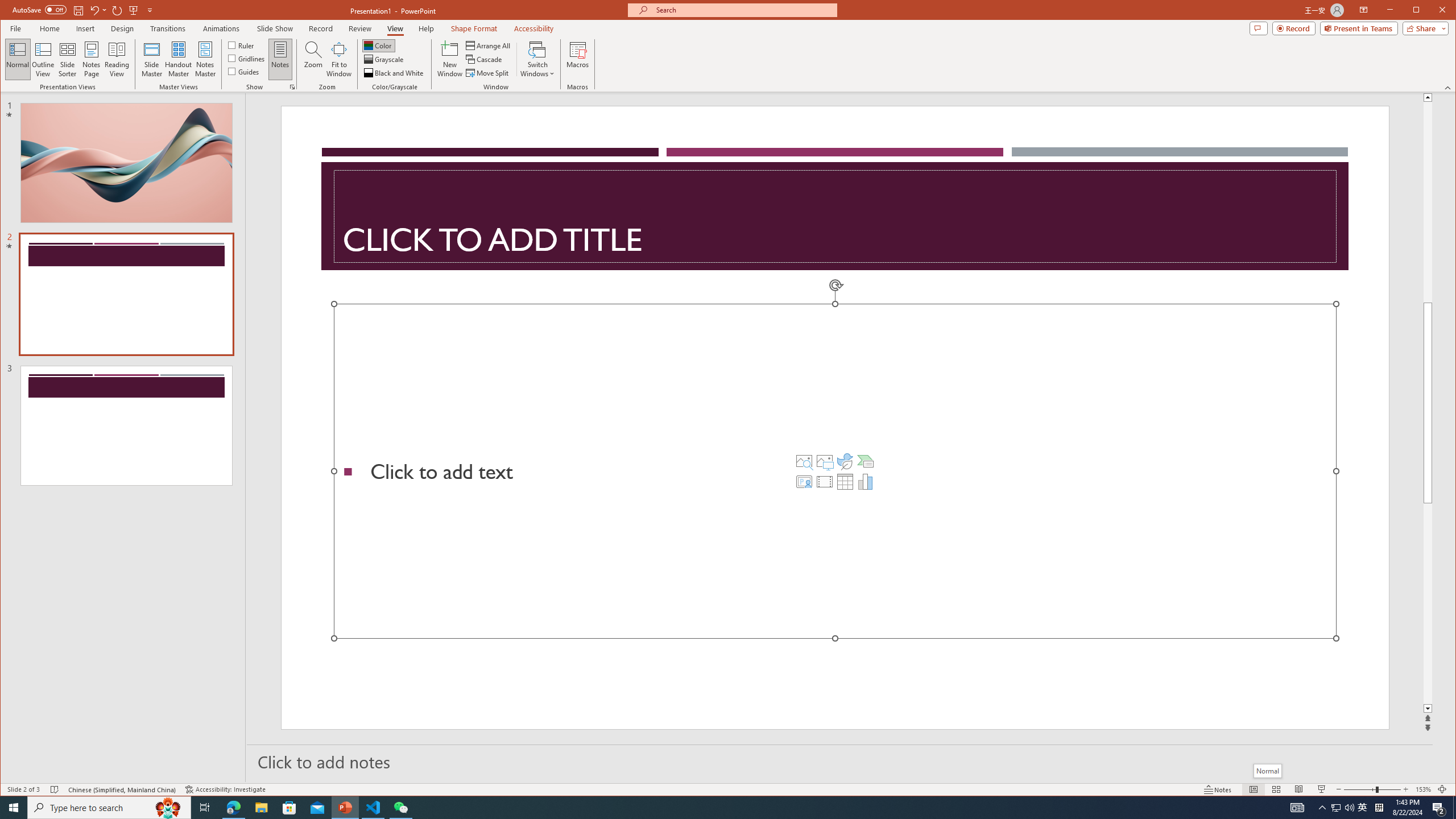 This screenshot has width=1456, height=819. What do you see at coordinates (241, 44) in the screenshot?
I see `'Ruler'` at bounding box center [241, 44].